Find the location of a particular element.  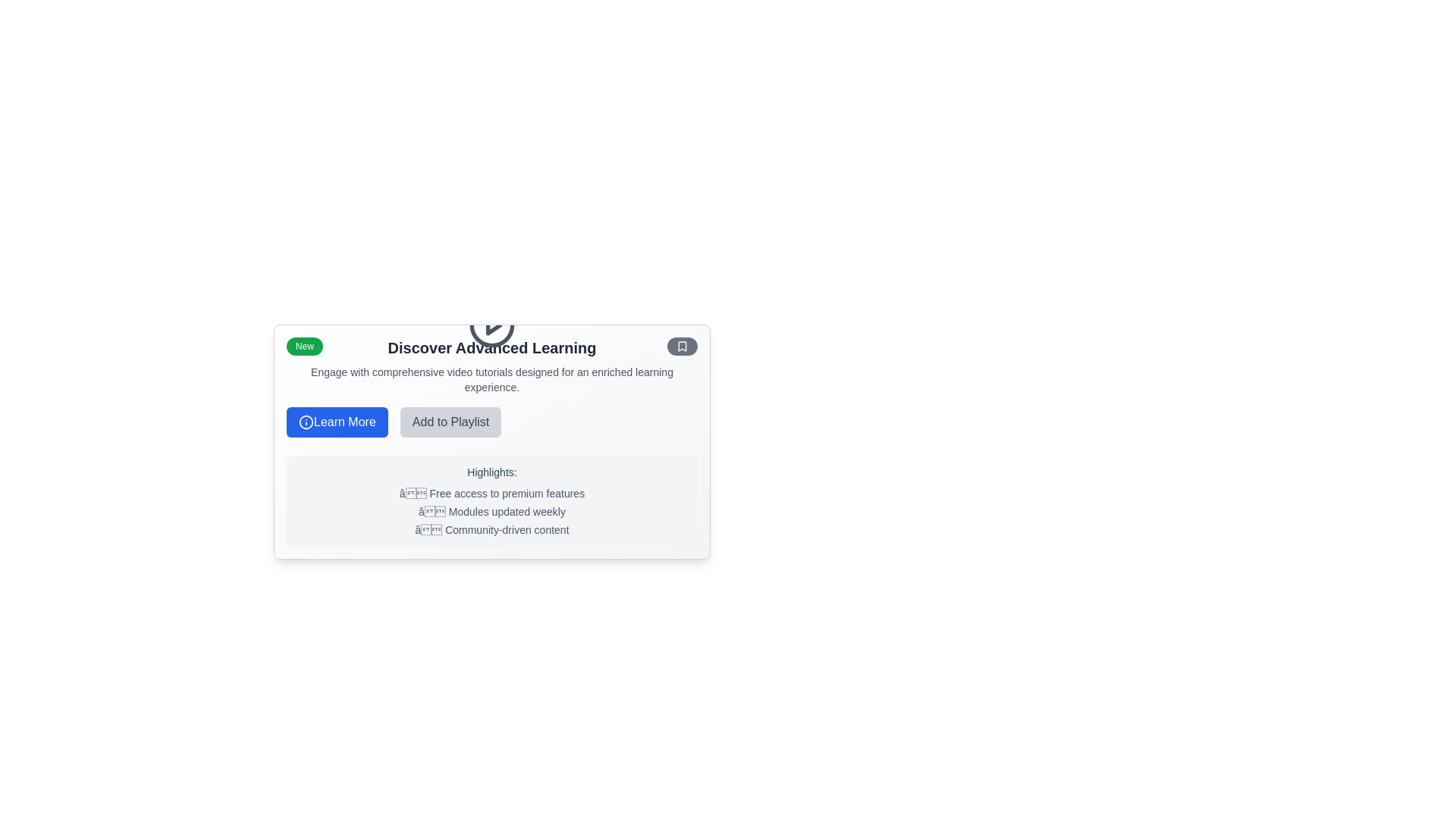

the upward-pointing triangular shape within the gray circular icon located in the header section above the 'Discover Advanced Learning' title is located at coordinates (494, 324).